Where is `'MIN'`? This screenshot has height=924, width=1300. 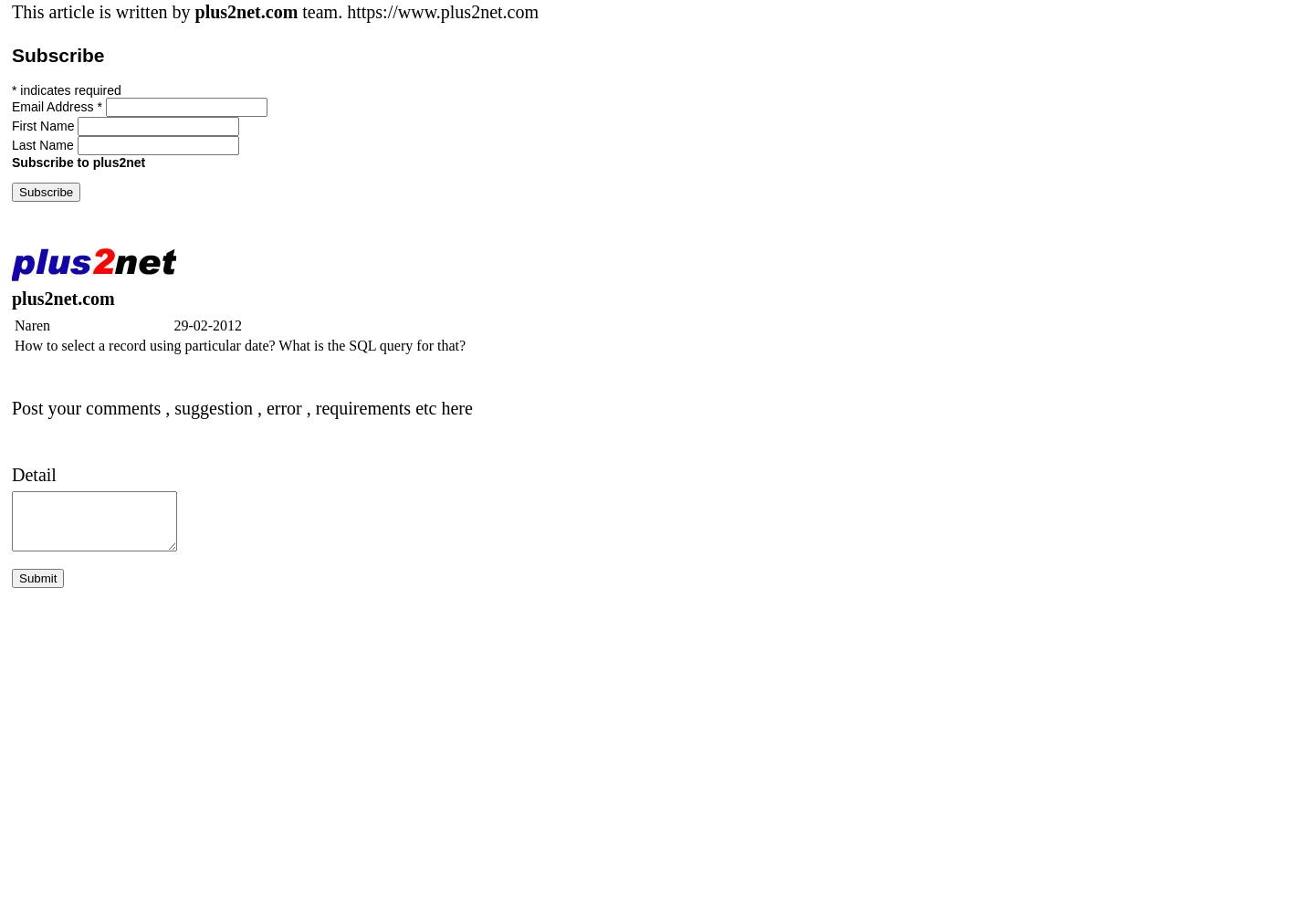 'MIN' is located at coordinates (341, 771).